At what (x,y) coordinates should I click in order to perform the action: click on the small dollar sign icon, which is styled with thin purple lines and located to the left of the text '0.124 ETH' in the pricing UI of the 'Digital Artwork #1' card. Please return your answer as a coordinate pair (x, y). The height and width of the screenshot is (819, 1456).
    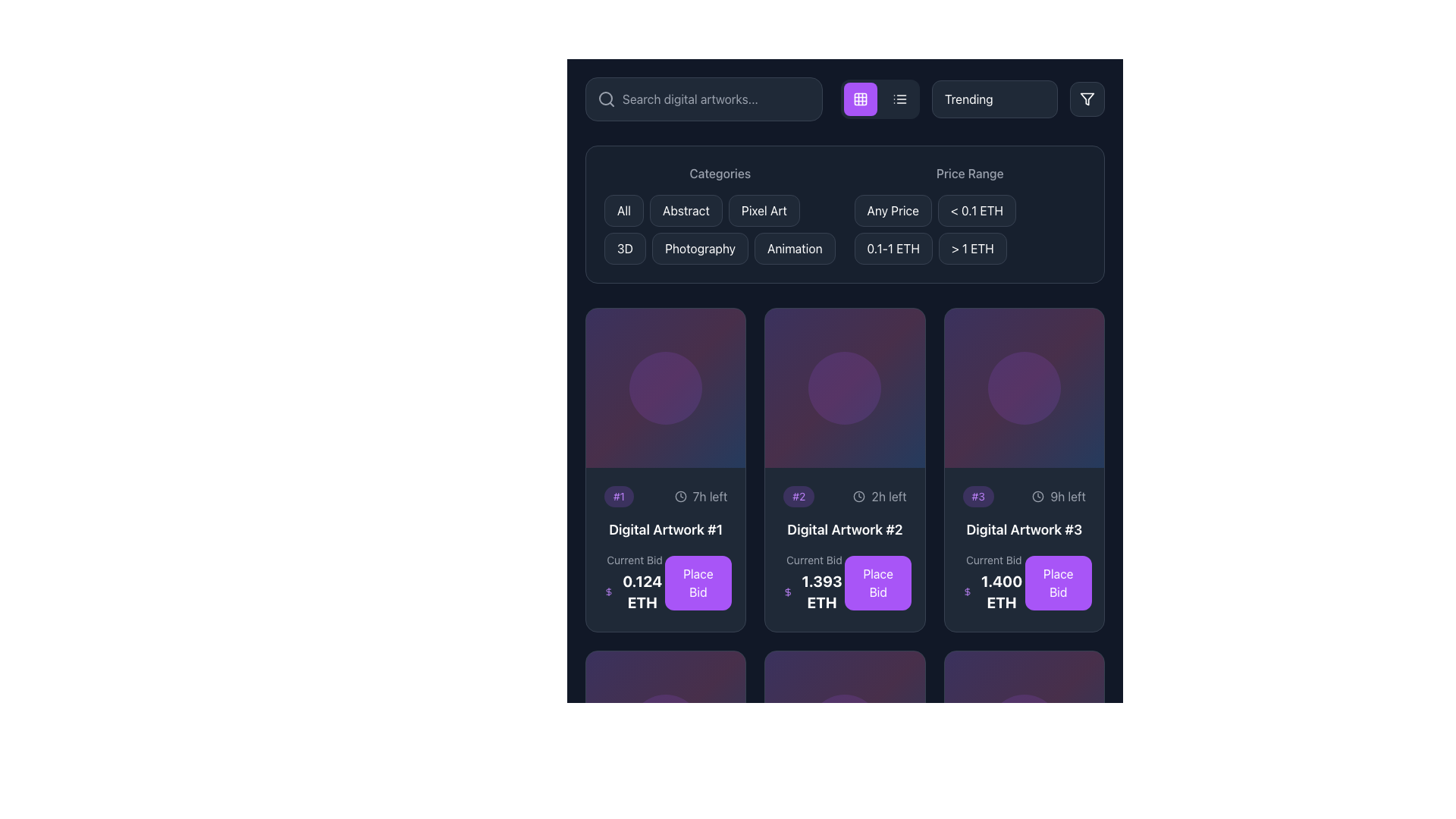
    Looking at the image, I should click on (609, 591).